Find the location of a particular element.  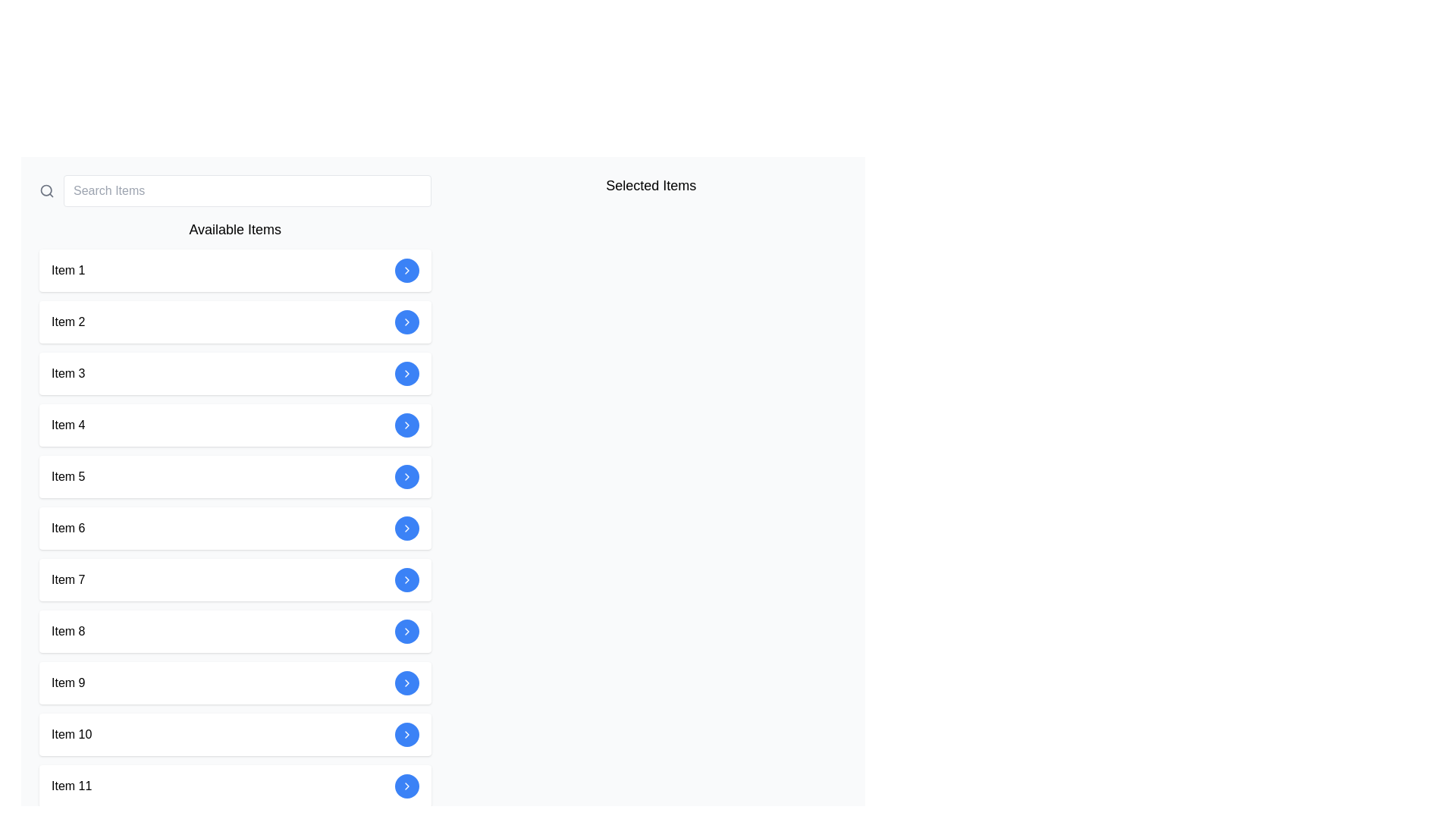

the rightward-pointing chevron icon button within the circular blue background that is the last in a vertically stacked list of buttons, corresponding to 'Item 11', to trigger the tooltip or focus effect is located at coordinates (406, 786).